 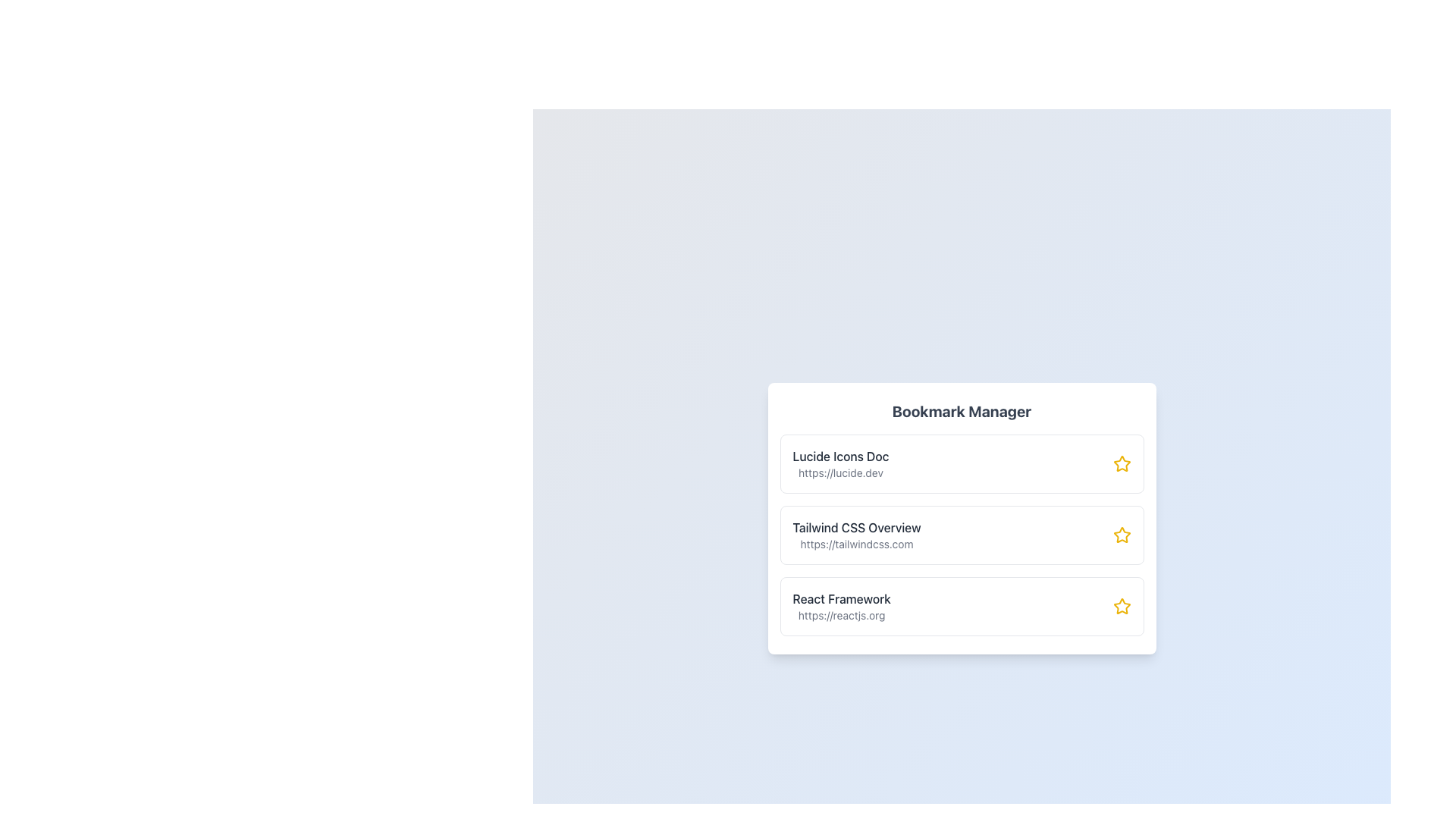 I want to click on the bookmark entry titled 'React Framework' in the Bookmark Manager to interact with nearby action buttons, so click(x=841, y=605).